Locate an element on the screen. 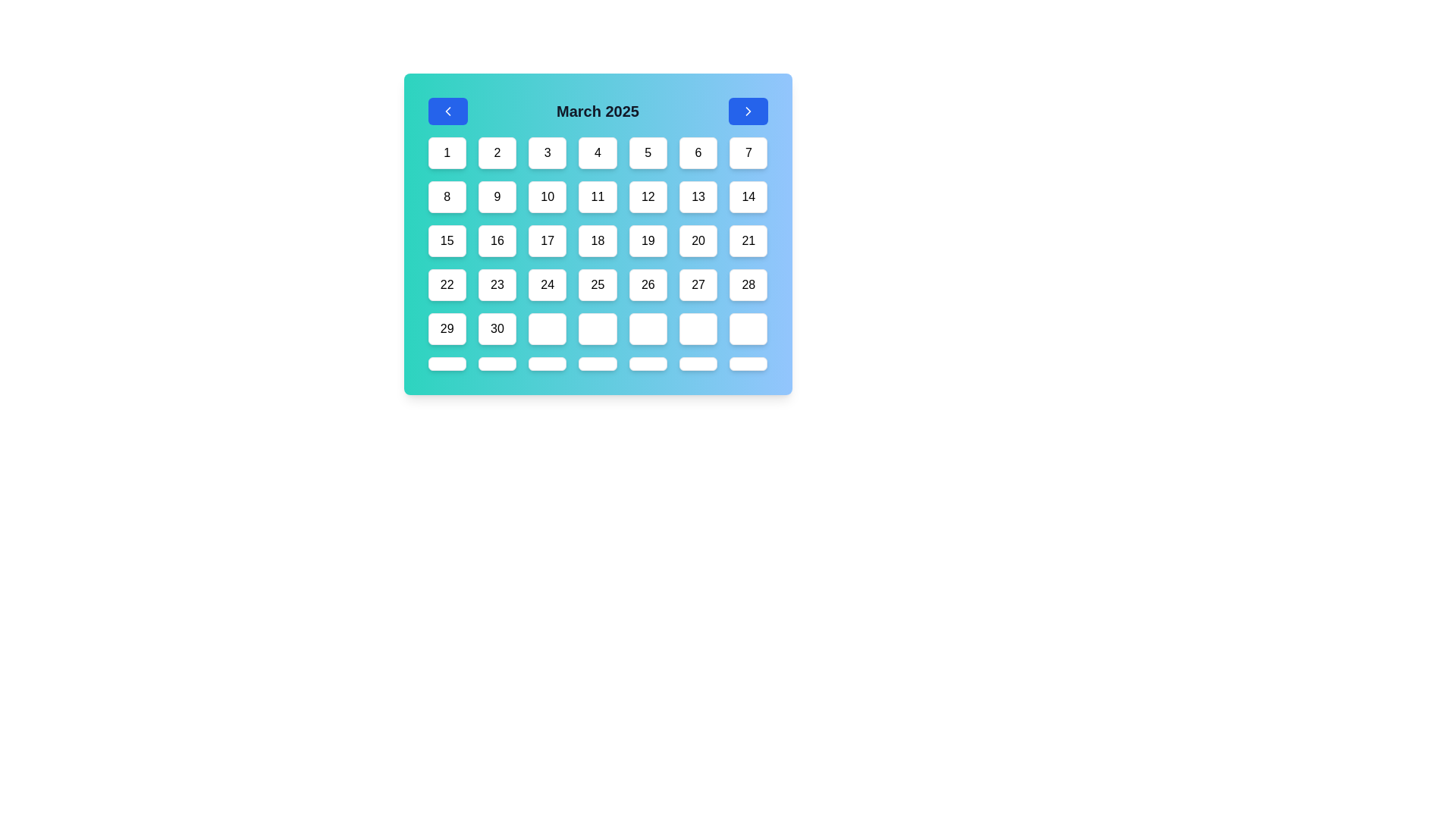  the rectangular button with a white background labeled '16' located in the grid of date buttons under 'March 2025', specifically in the third row and second column is located at coordinates (497, 240).